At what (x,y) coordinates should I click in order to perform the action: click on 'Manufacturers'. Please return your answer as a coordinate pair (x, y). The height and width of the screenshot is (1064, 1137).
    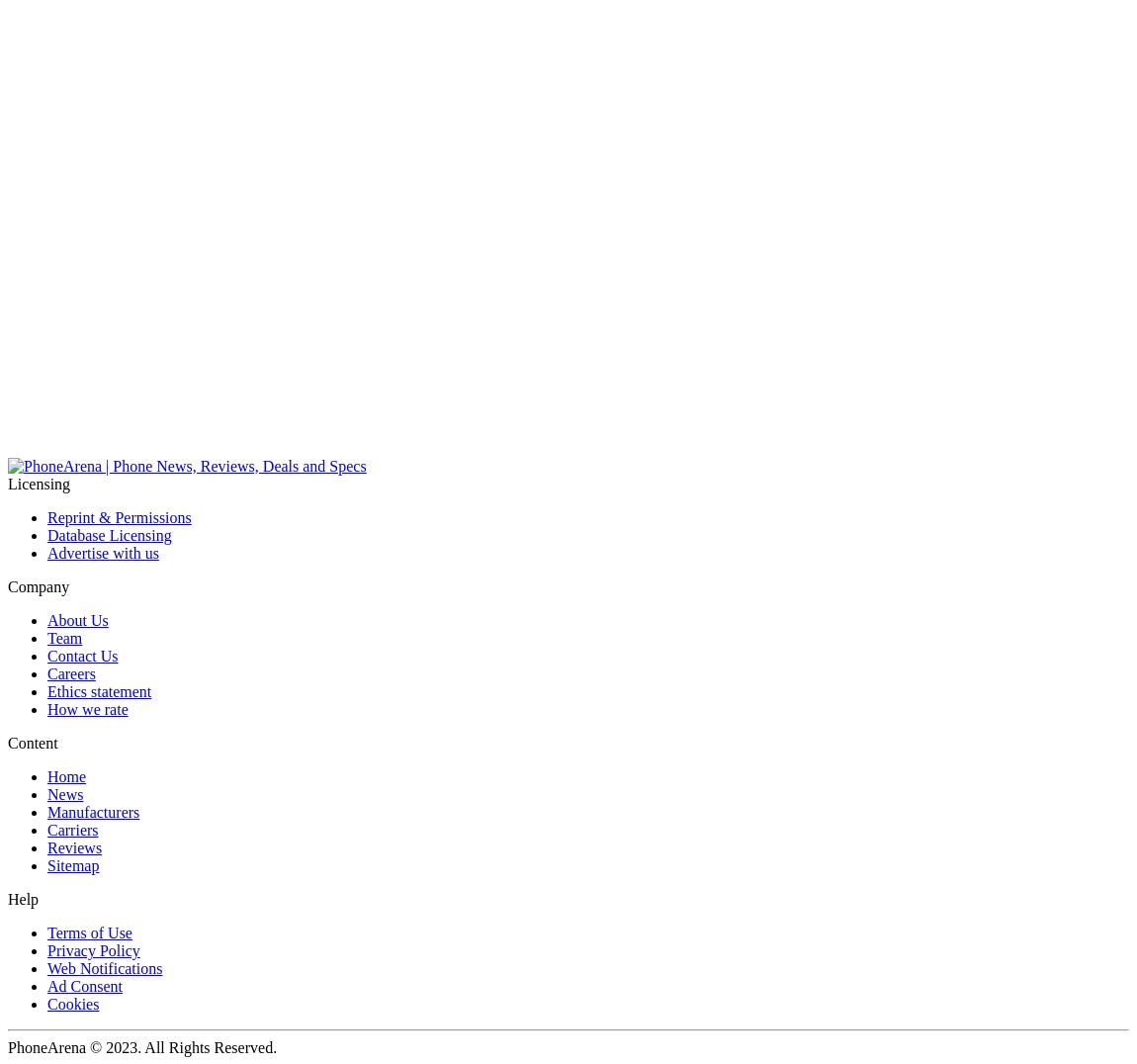
    Looking at the image, I should click on (92, 811).